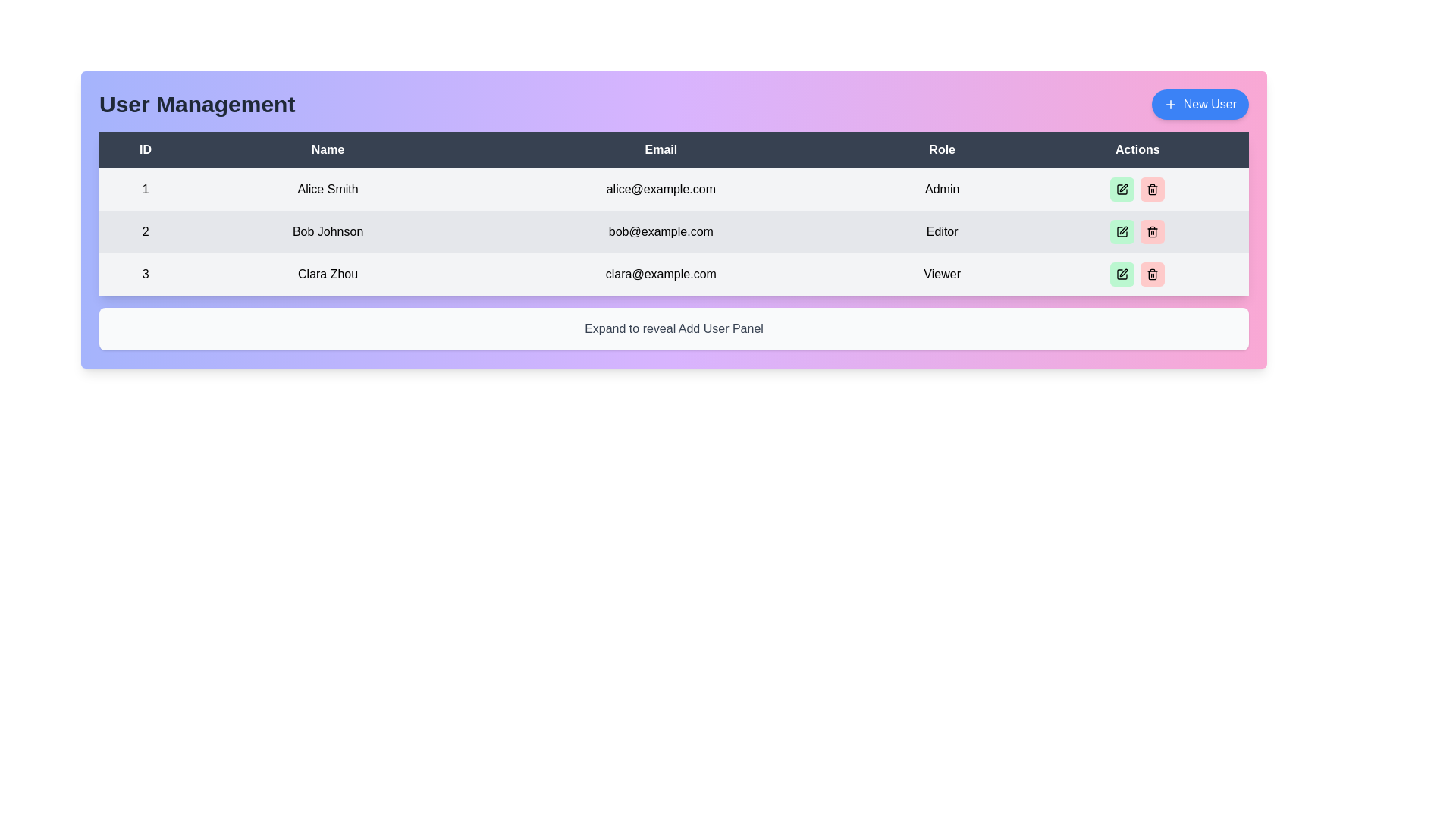 The height and width of the screenshot is (819, 1456). What do you see at coordinates (1137, 231) in the screenshot?
I see `the Divider element located in the 'Actions' column of the table row corresponding to 'Bob Johnson', positioned between the green 'Edit' button and the red 'Delete' button` at bounding box center [1137, 231].